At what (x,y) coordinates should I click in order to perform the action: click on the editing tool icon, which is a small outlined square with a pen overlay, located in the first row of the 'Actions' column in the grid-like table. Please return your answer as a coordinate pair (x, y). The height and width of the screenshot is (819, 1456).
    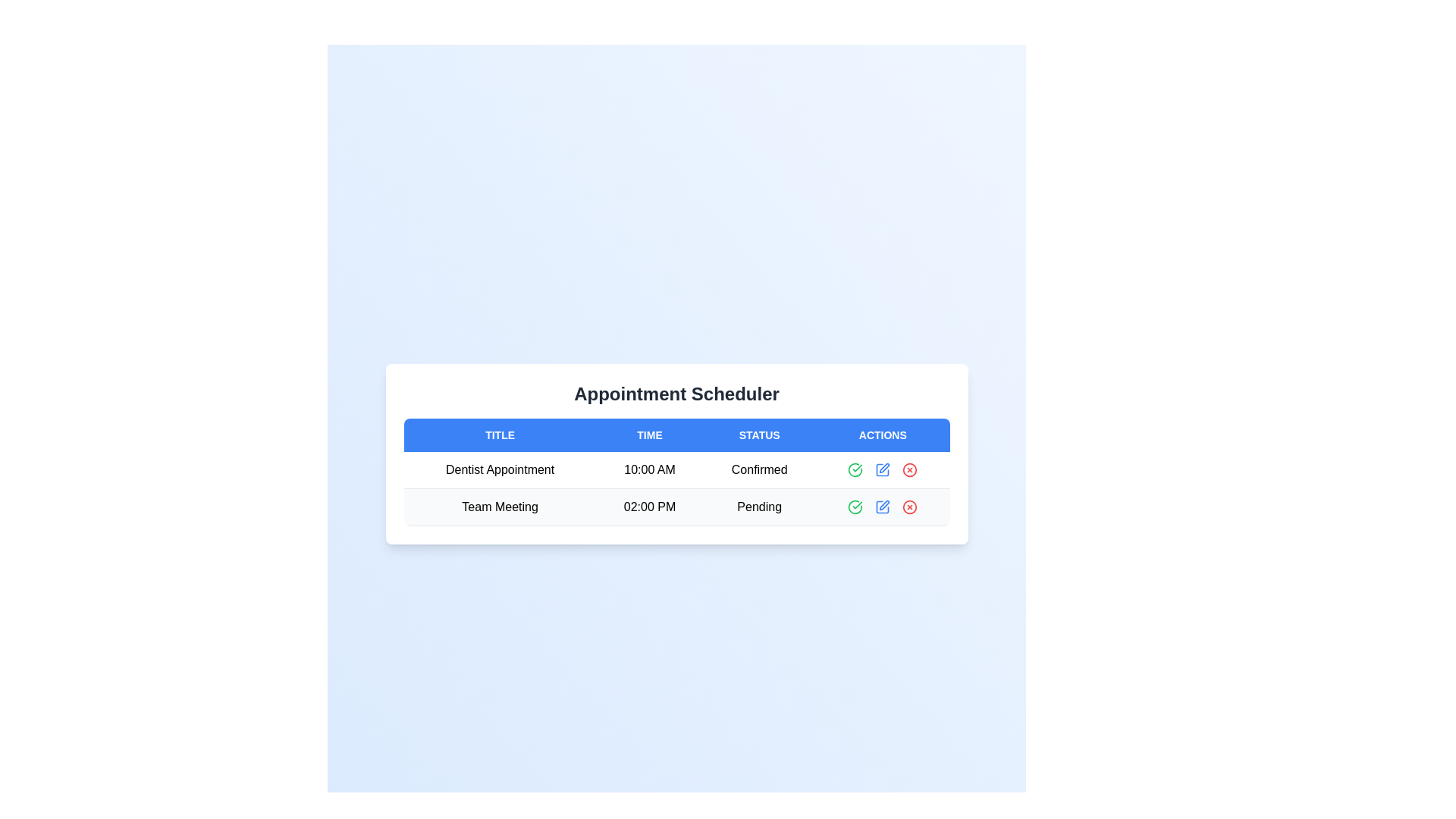
    Looking at the image, I should click on (883, 469).